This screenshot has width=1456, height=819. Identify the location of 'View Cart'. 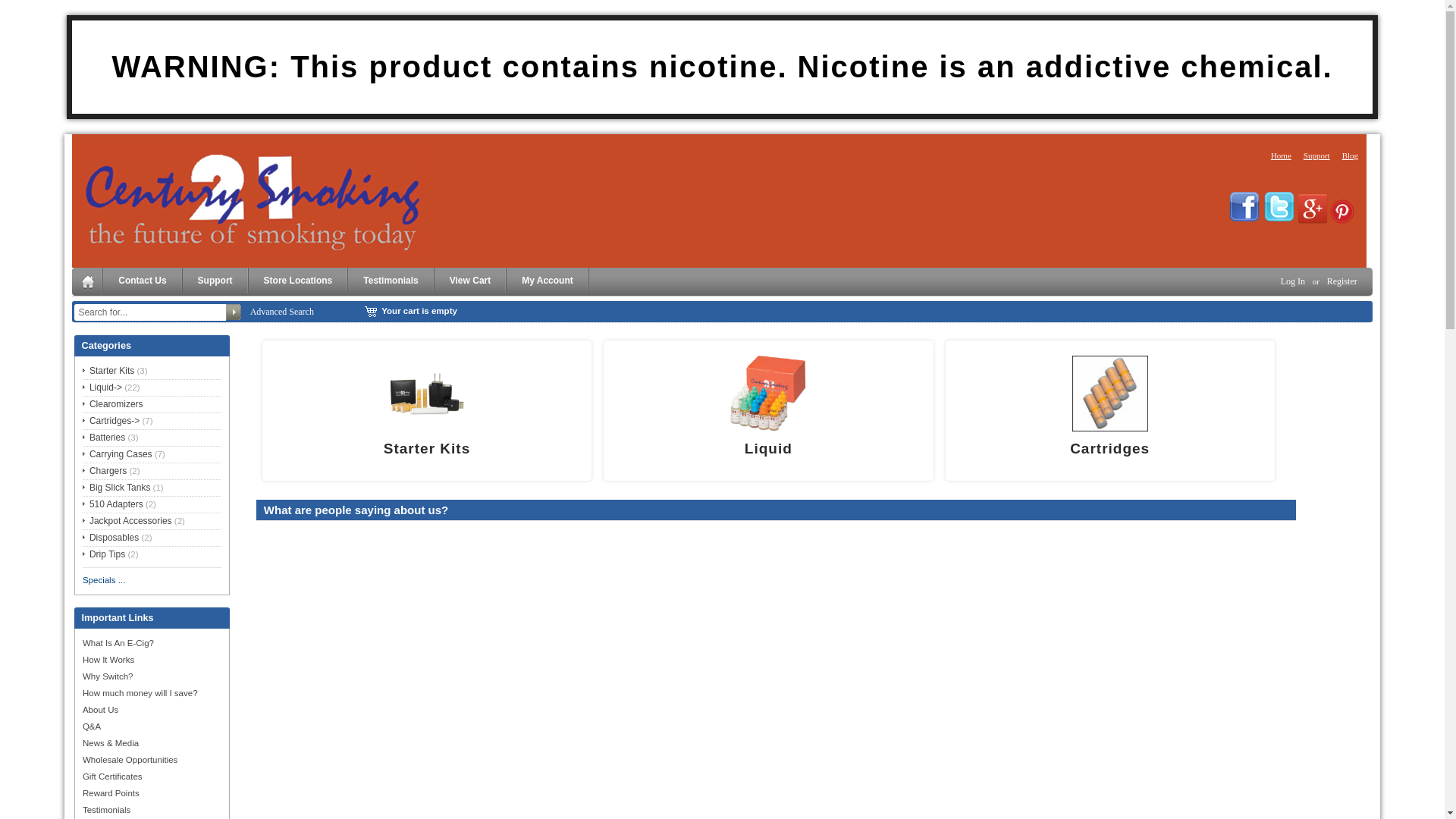
(433, 281).